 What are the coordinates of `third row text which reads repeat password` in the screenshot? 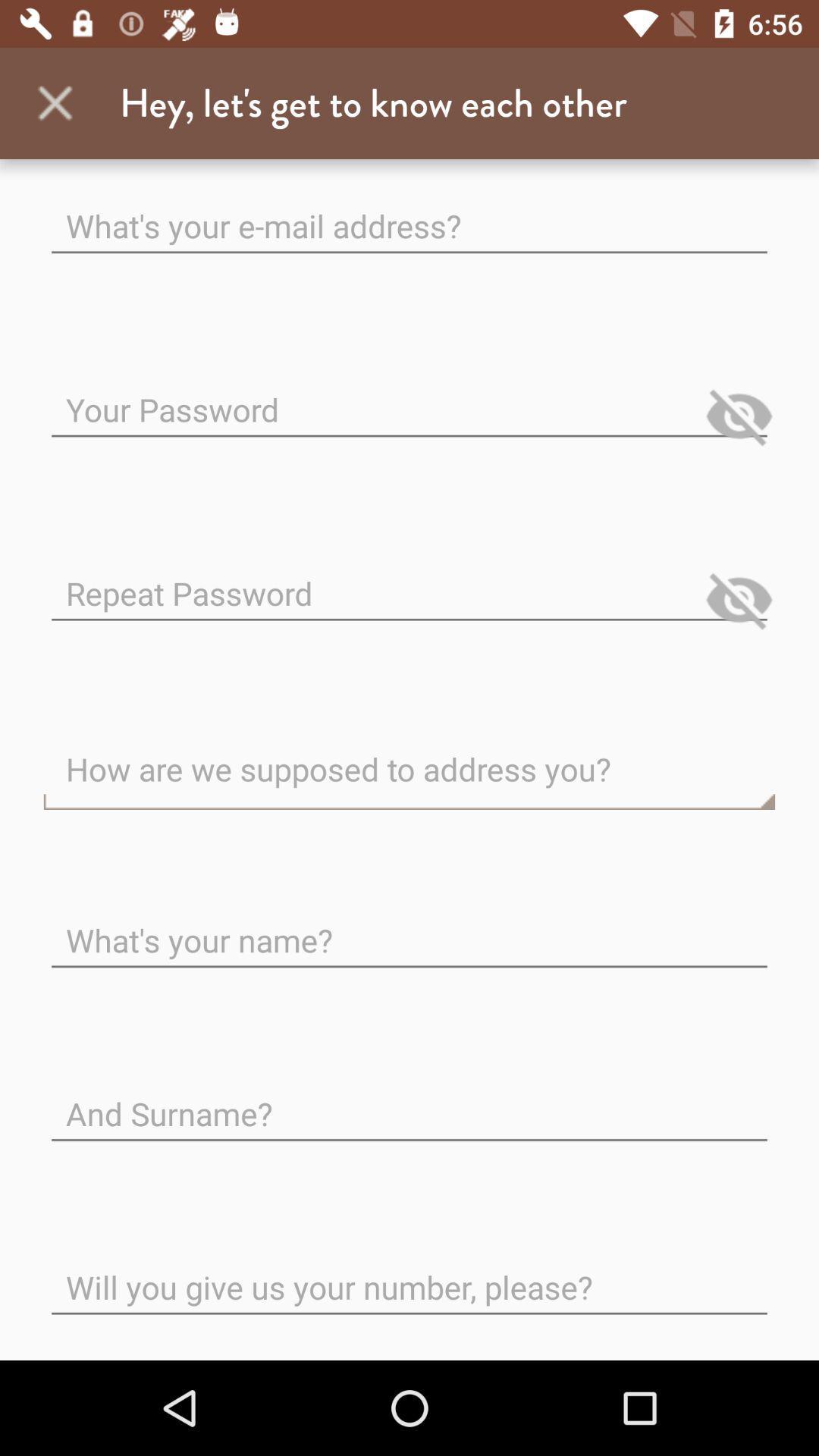 It's located at (409, 581).